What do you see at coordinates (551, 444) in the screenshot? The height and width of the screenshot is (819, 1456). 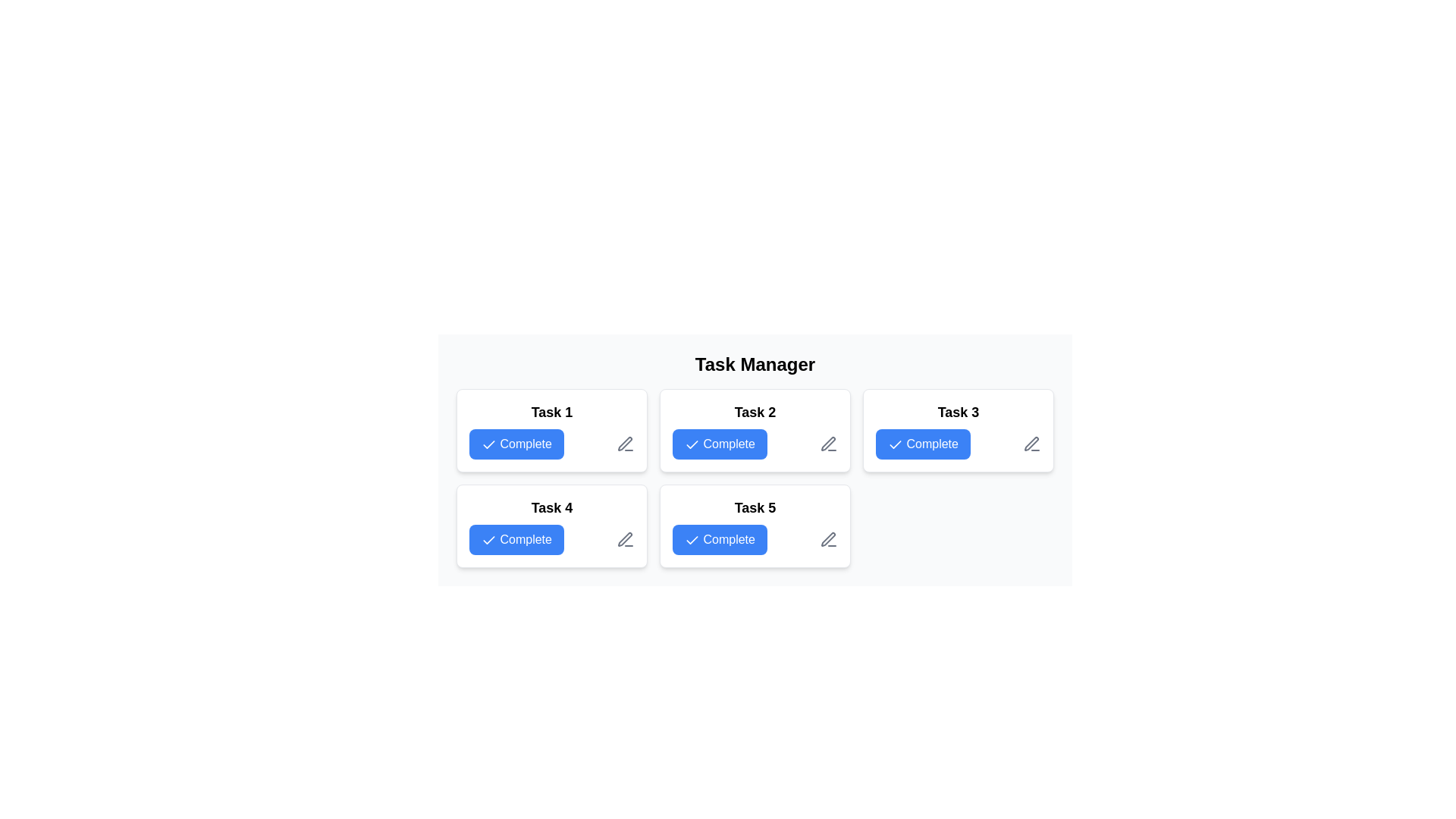 I see `the action button located in the lower section of the 'Task 1' card to mark the task as completed` at bounding box center [551, 444].